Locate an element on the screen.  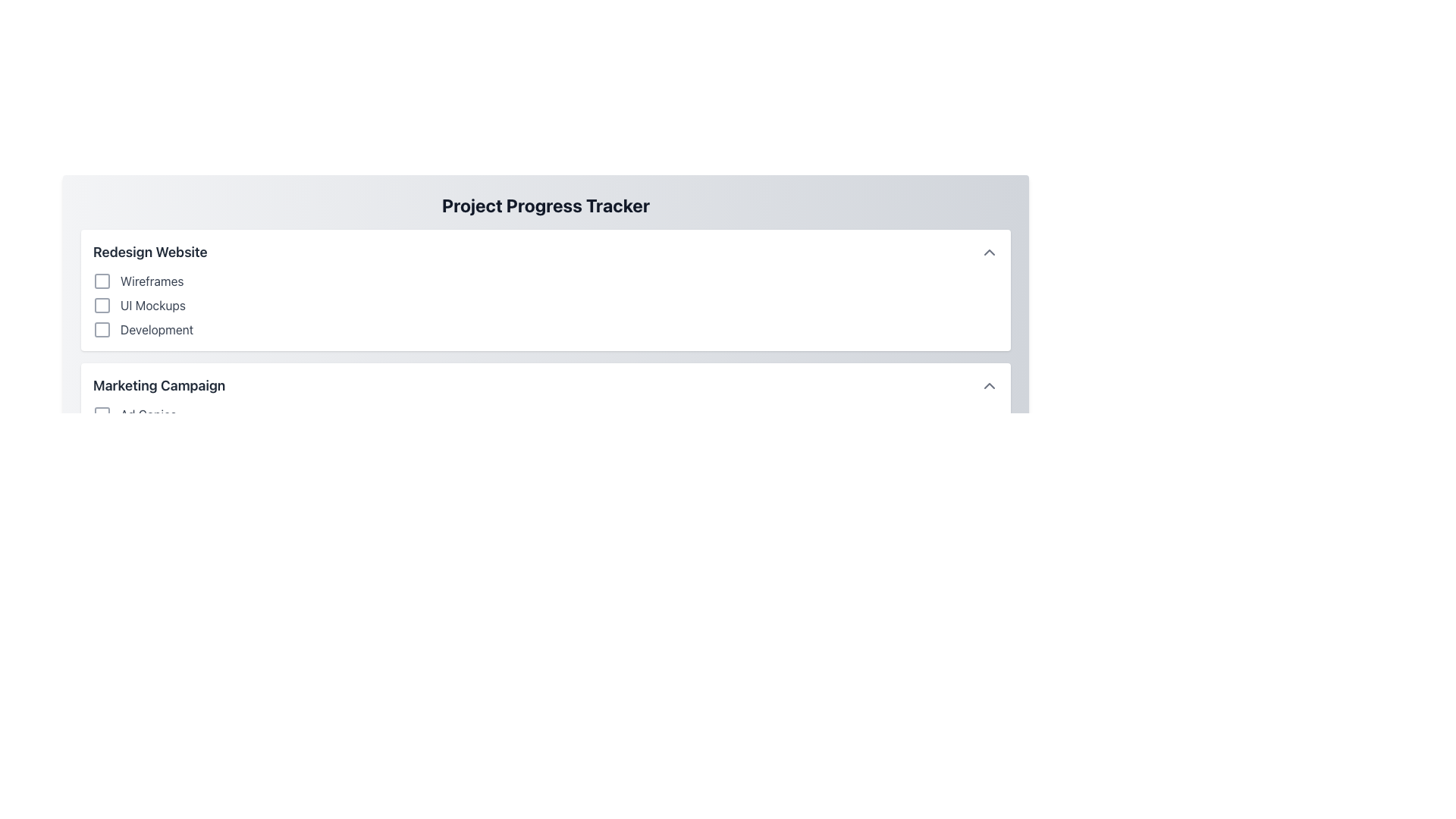
the text label displaying 'Wireframes' which is aligned to the right of the first checkbox in the 'Redesign Website' section is located at coordinates (152, 281).